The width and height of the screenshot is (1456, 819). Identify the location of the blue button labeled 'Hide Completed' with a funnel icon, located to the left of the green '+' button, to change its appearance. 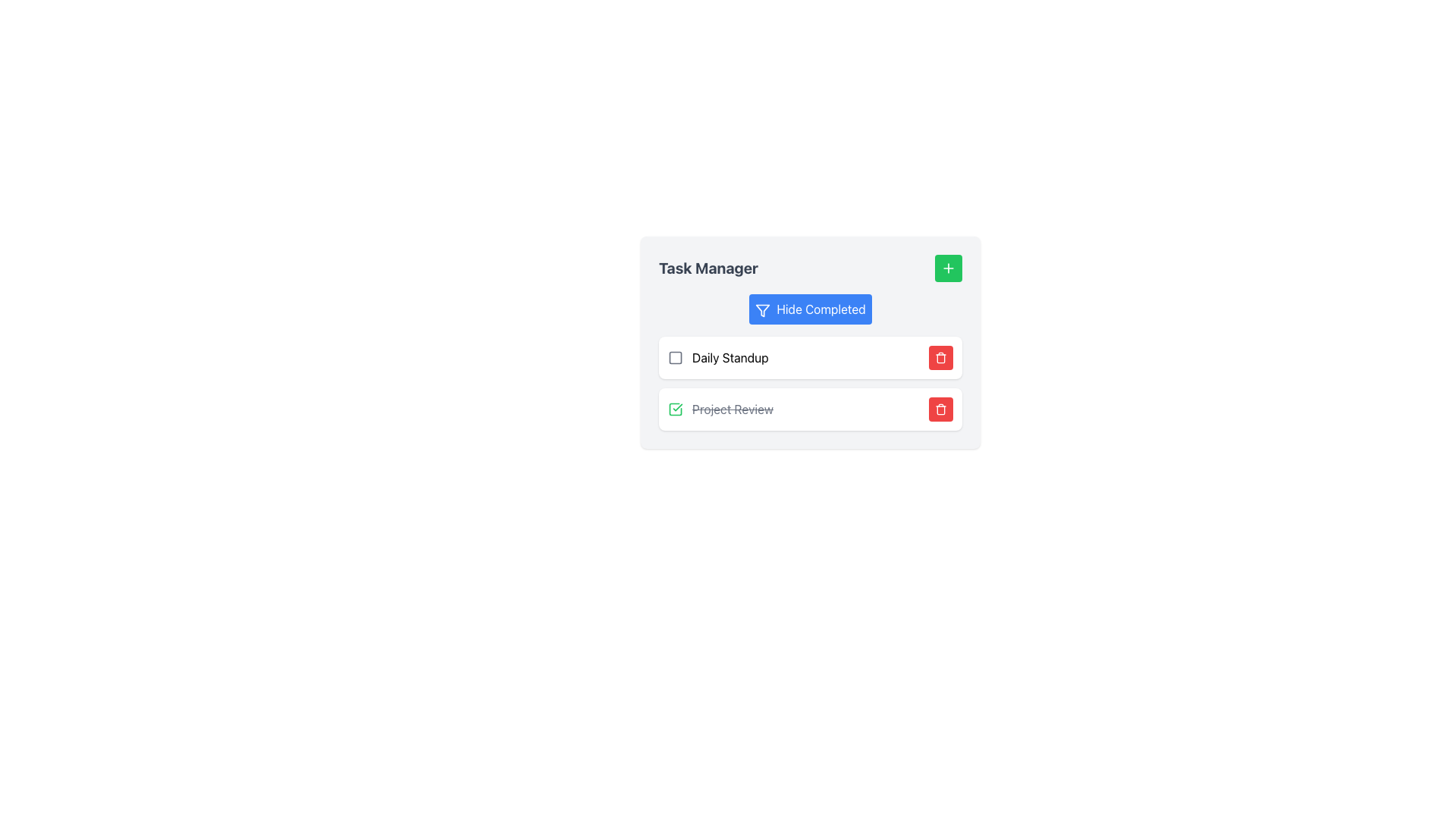
(810, 309).